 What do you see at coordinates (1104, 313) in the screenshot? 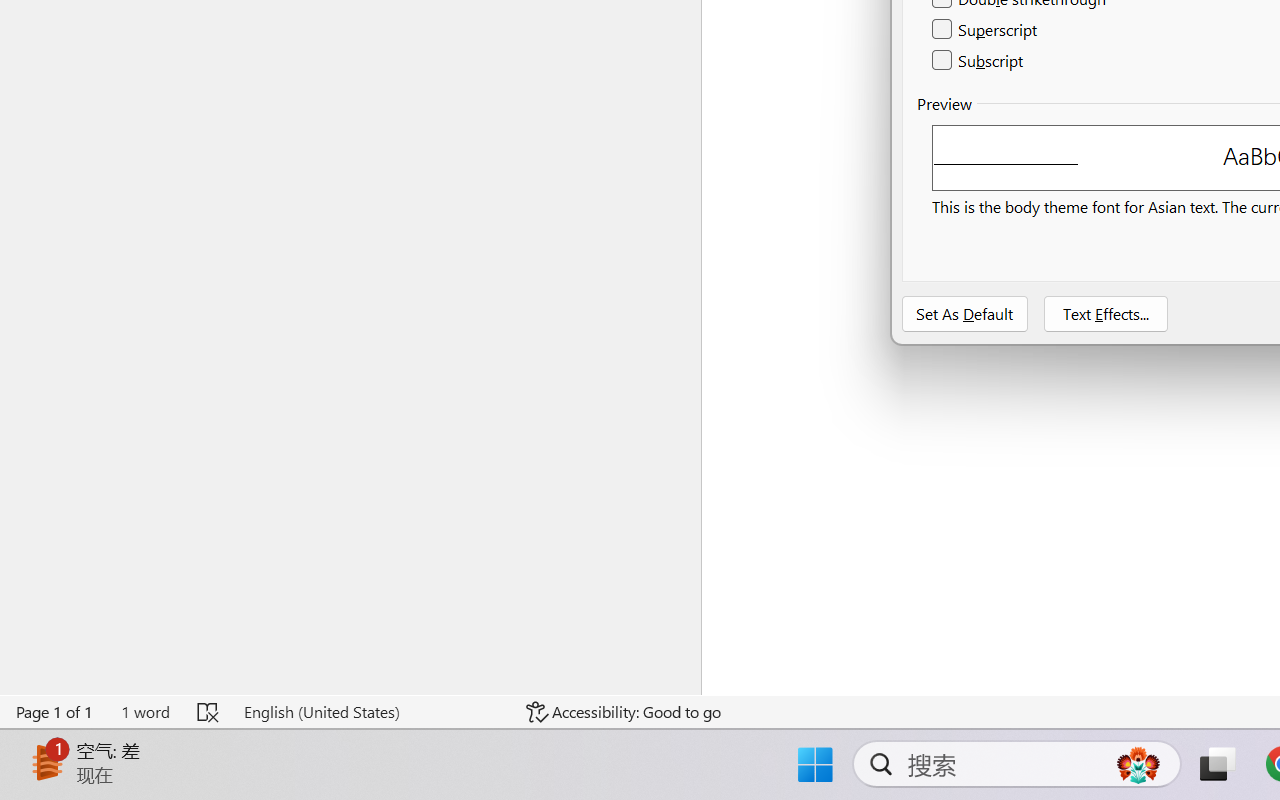
I see `'Text Effects...'` at bounding box center [1104, 313].